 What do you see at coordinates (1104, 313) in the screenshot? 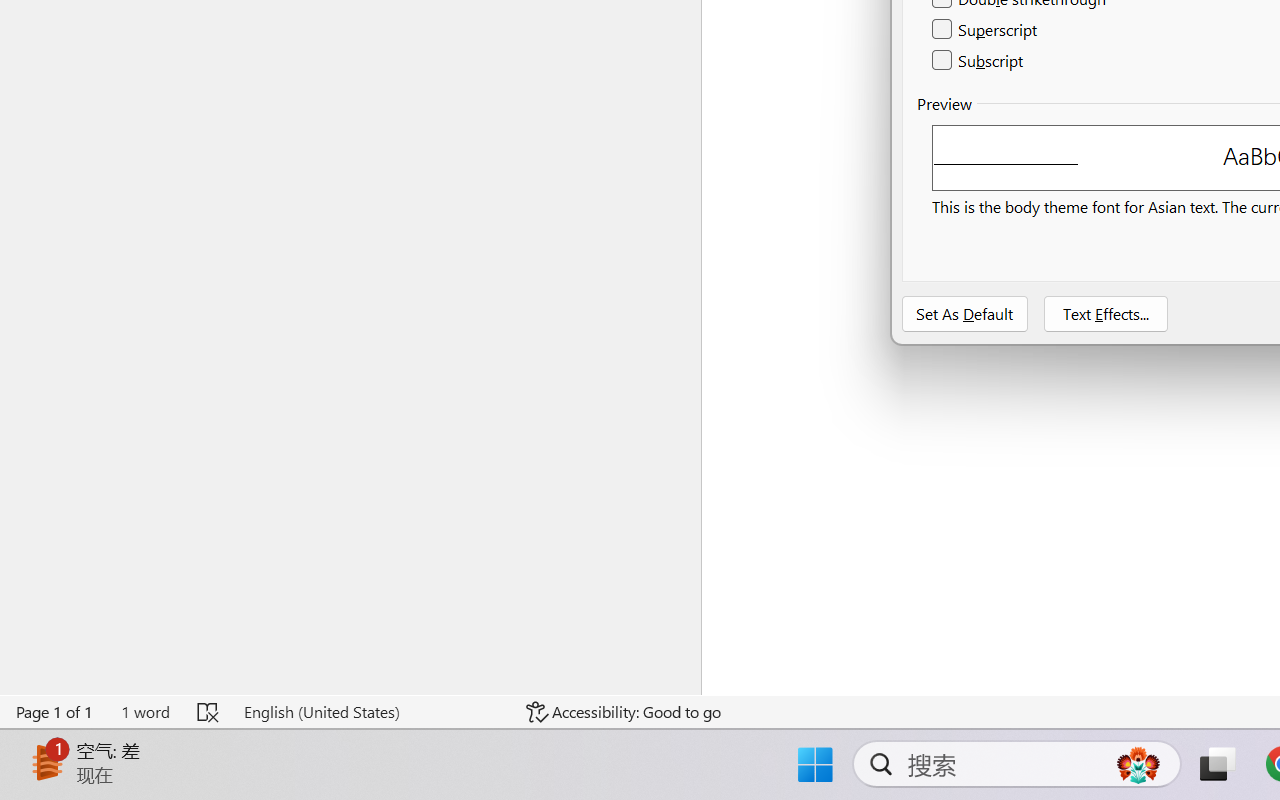
I see `'Text Effects...'` at bounding box center [1104, 313].